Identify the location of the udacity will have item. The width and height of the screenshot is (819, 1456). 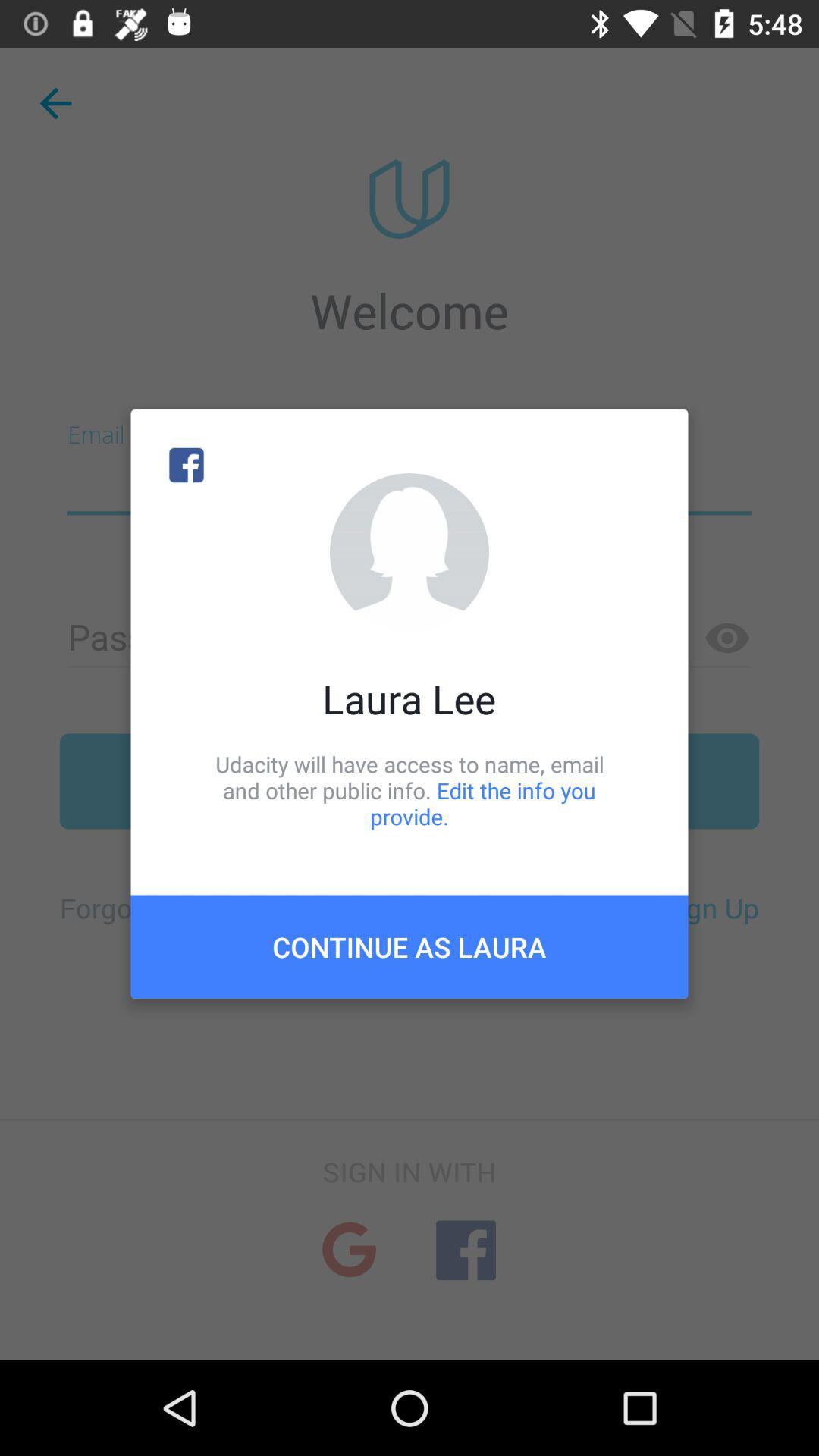
(409, 789).